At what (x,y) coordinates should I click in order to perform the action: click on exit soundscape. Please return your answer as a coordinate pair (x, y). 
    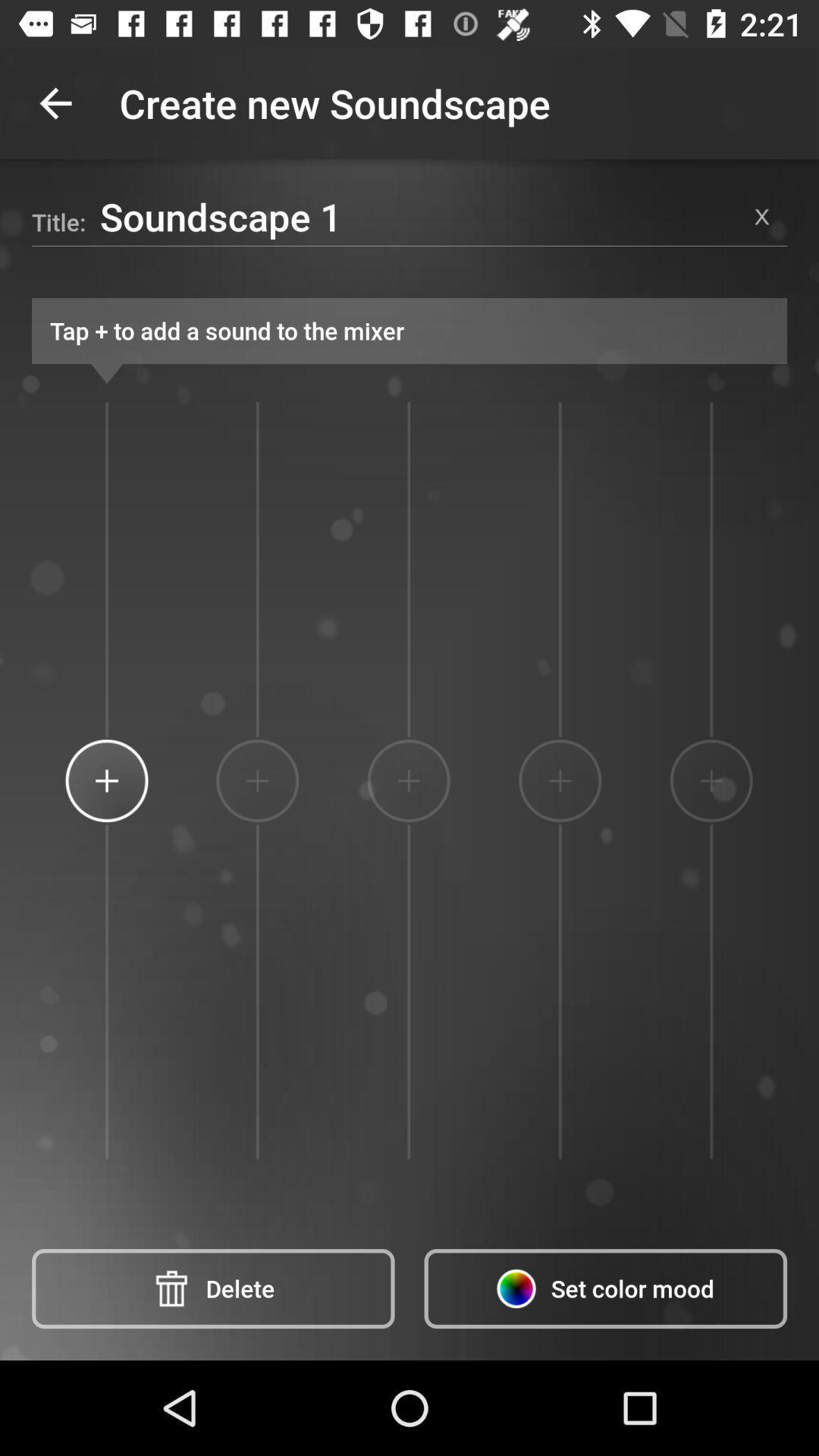
    Looking at the image, I should click on (762, 215).